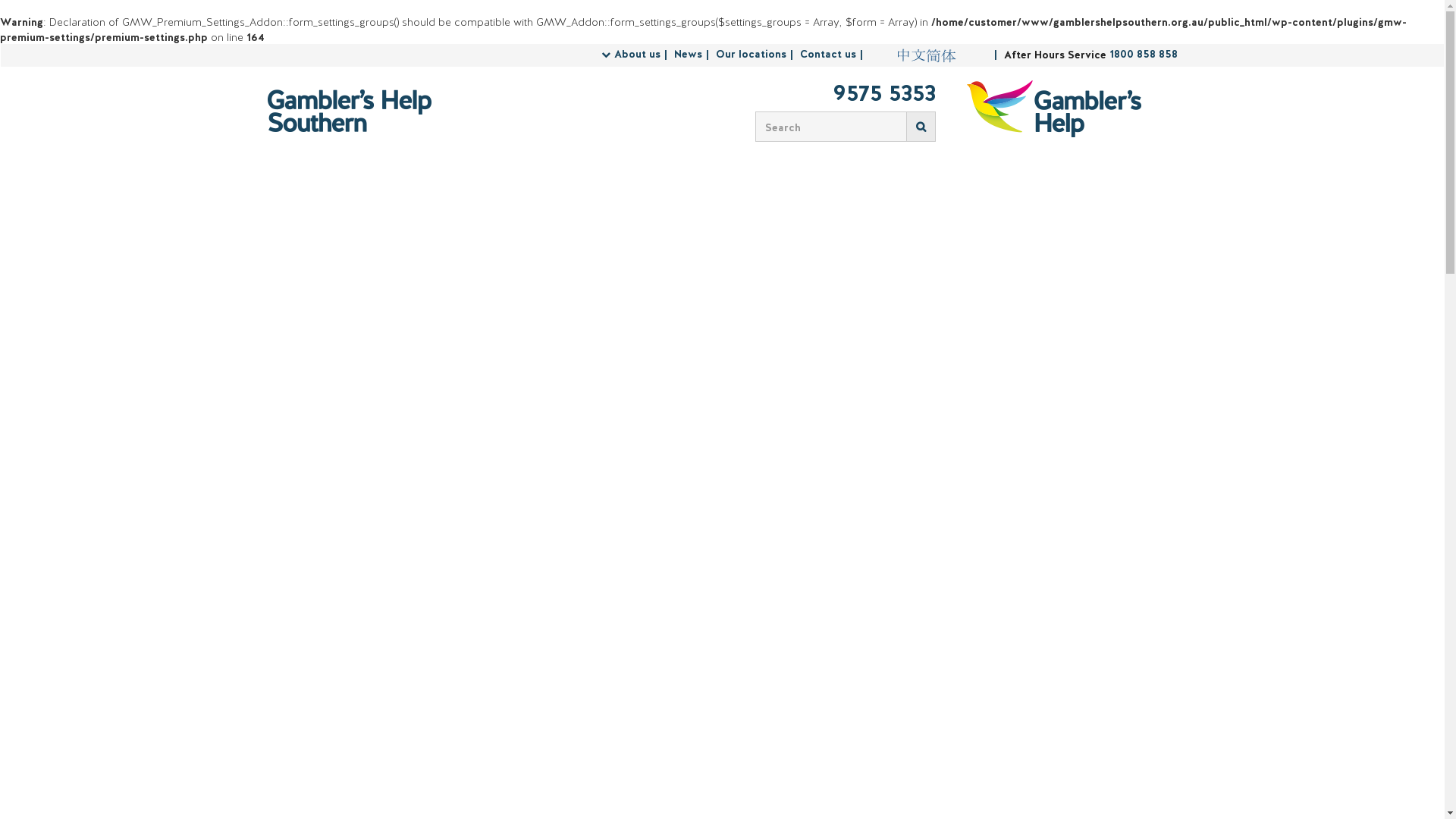 Image resolution: width=1456 pixels, height=819 pixels. Describe the element at coordinates (642, 54) in the screenshot. I see `'About us'` at that location.